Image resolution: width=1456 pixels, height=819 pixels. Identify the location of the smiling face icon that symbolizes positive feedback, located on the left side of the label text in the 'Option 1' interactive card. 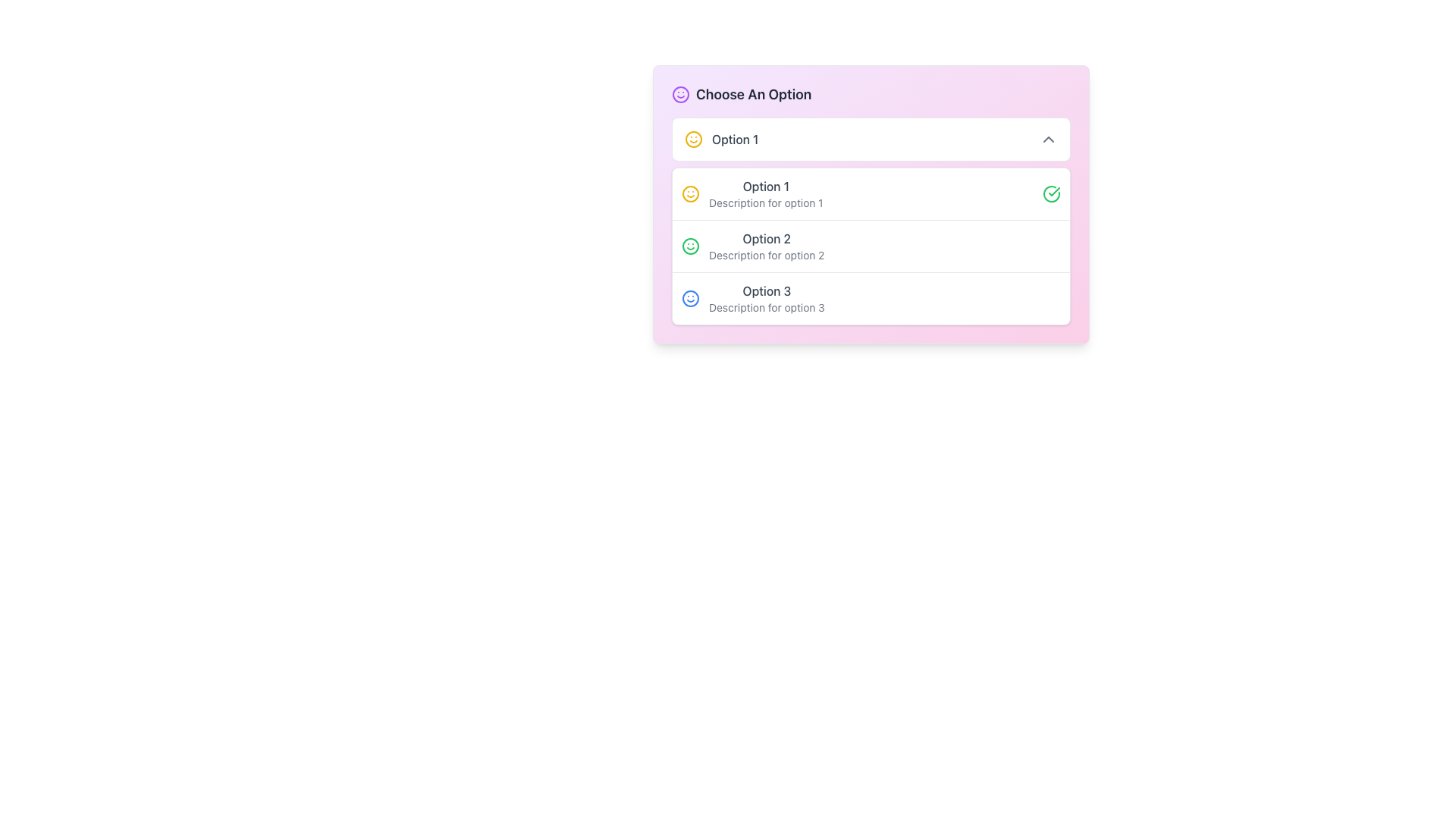
(693, 140).